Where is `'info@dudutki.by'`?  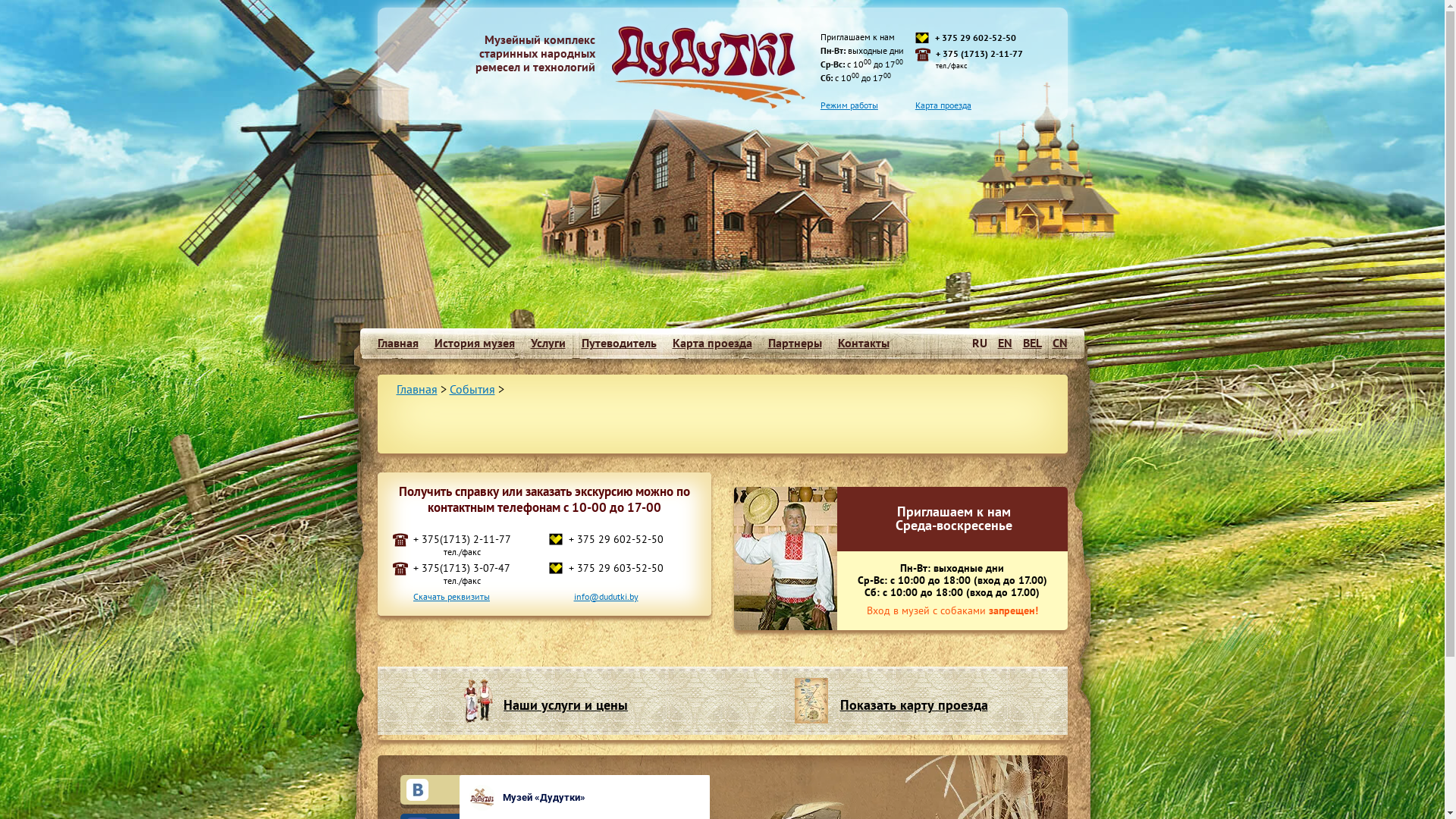 'info@dudutki.by' is located at coordinates (604, 595).